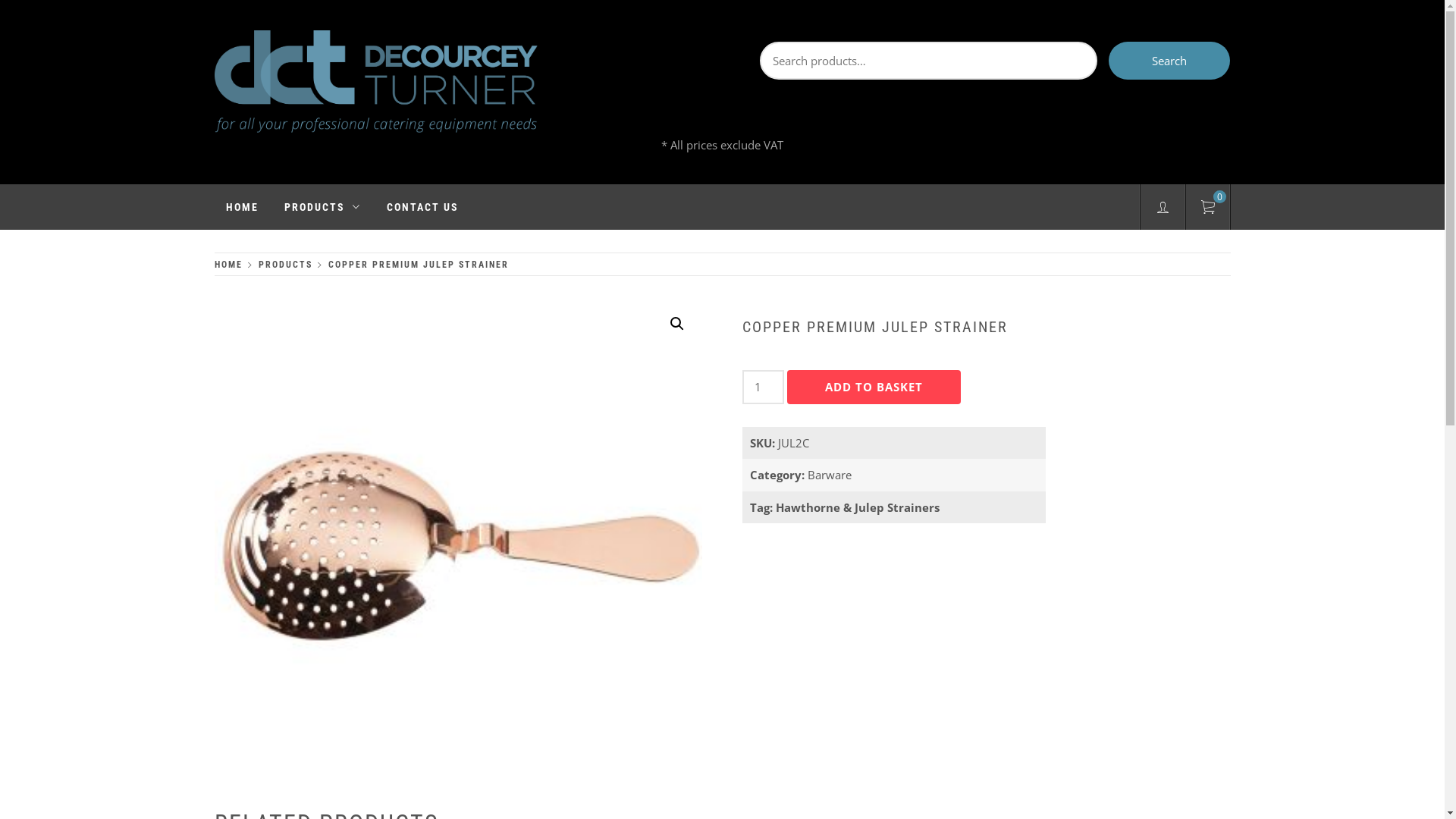 This screenshot has width=1456, height=819. What do you see at coordinates (858, 507) in the screenshot?
I see `'Hawthorne & Julep Strainers'` at bounding box center [858, 507].